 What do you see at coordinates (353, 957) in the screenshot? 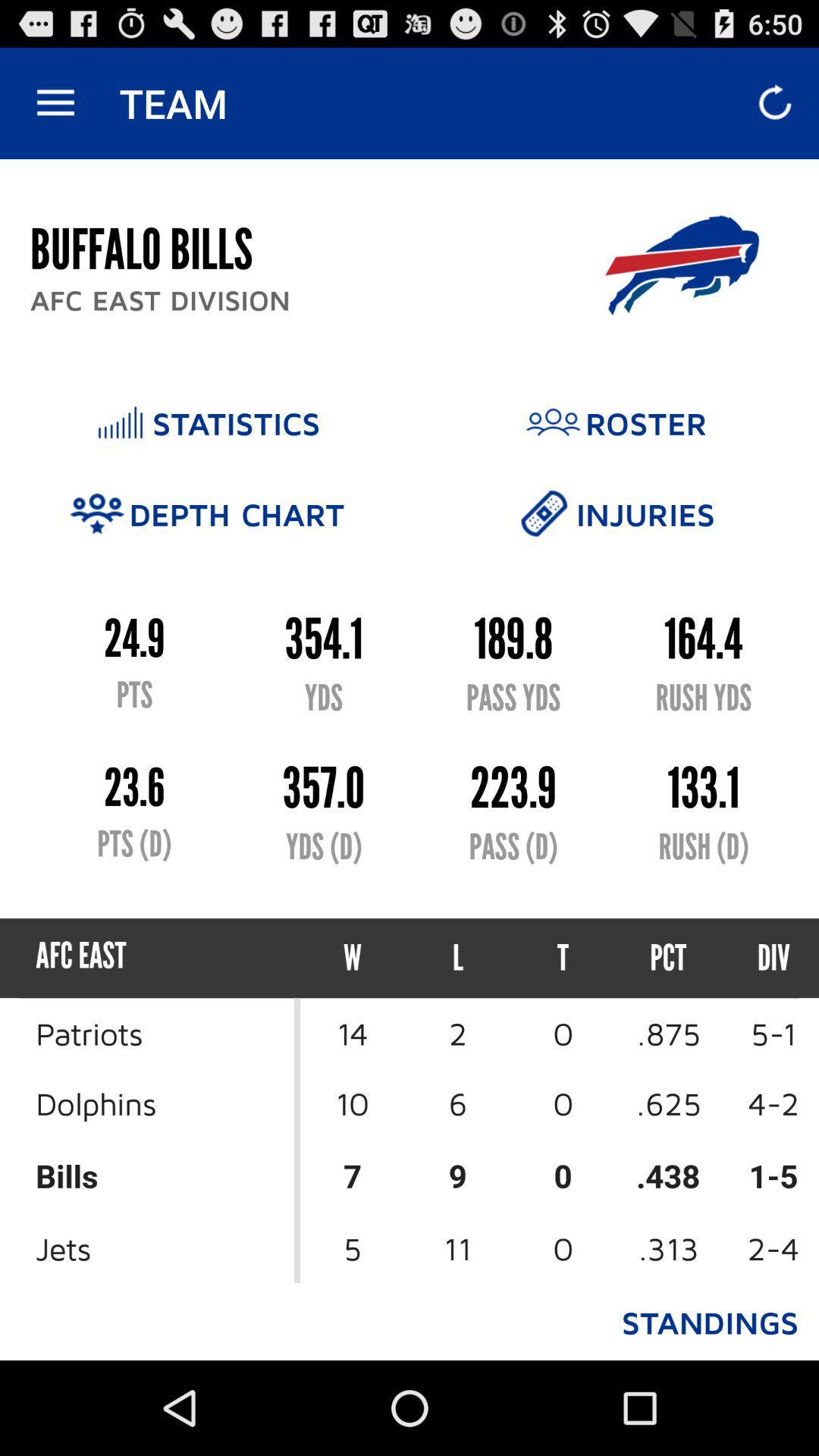
I see `item next to l icon` at bounding box center [353, 957].